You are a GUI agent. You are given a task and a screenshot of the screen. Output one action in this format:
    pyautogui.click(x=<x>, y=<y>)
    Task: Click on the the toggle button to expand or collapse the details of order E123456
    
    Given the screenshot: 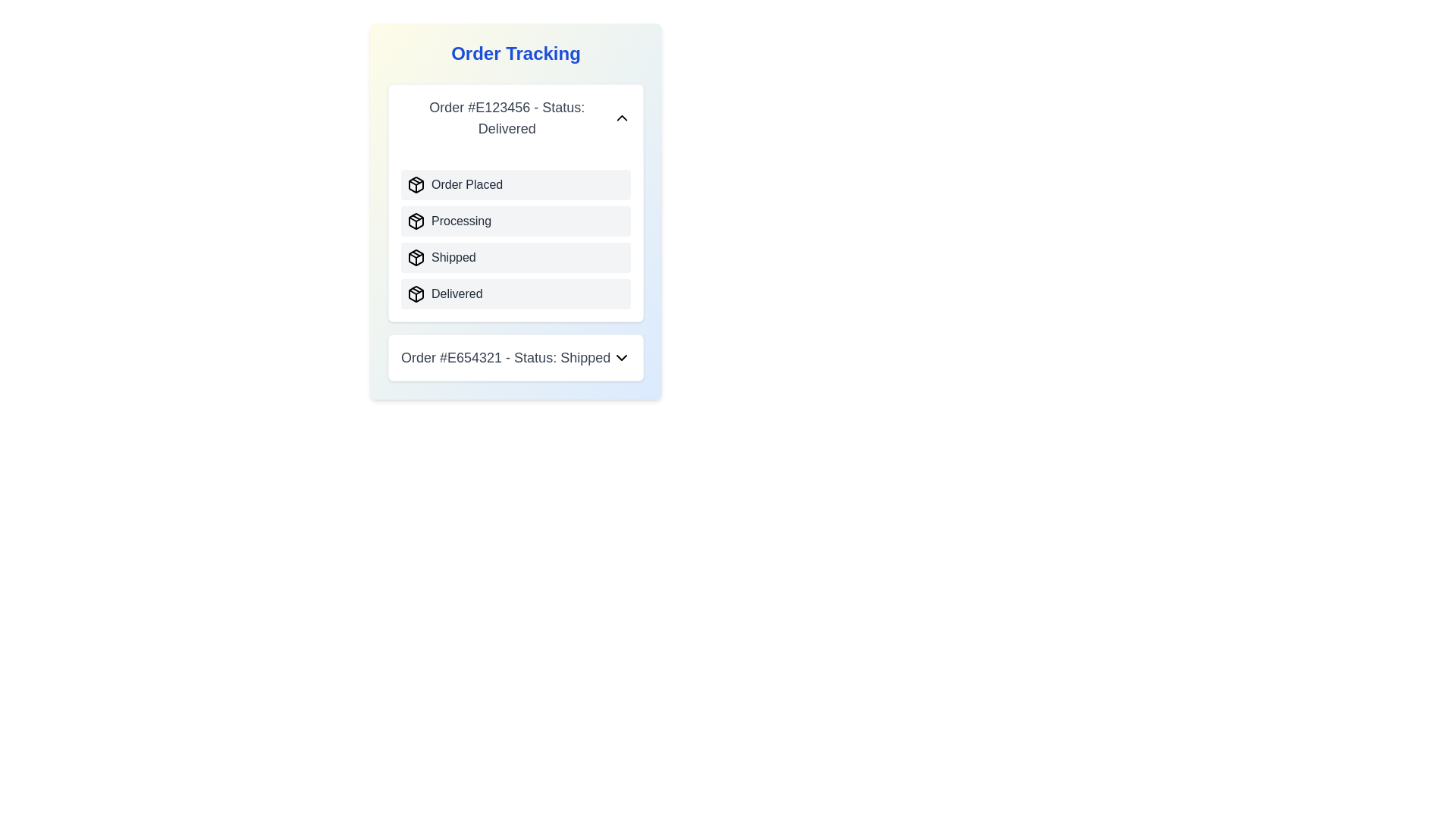 What is the action you would take?
    pyautogui.click(x=622, y=117)
    